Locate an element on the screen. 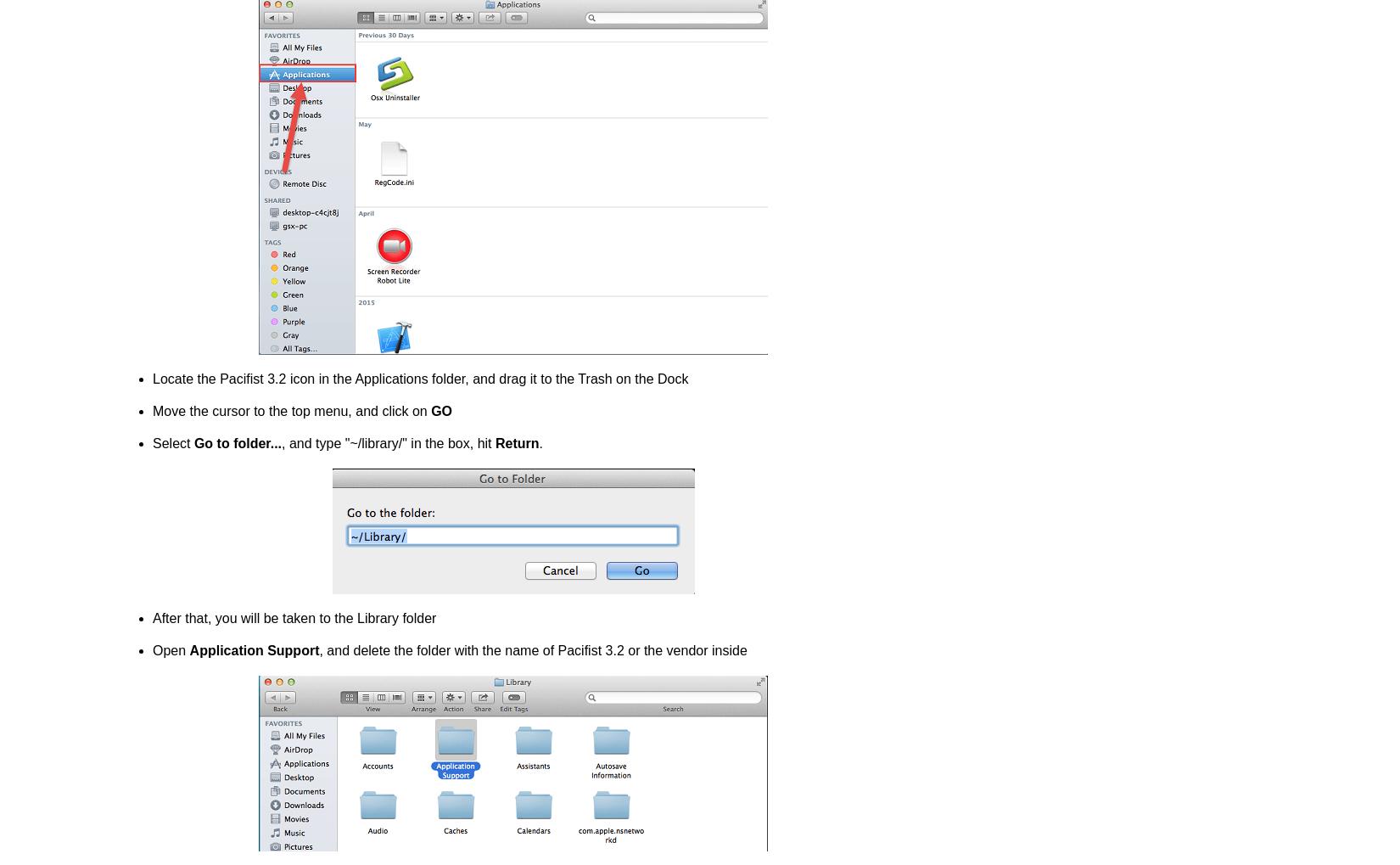 The height and width of the screenshot is (865, 1400). '.' is located at coordinates (540, 443).